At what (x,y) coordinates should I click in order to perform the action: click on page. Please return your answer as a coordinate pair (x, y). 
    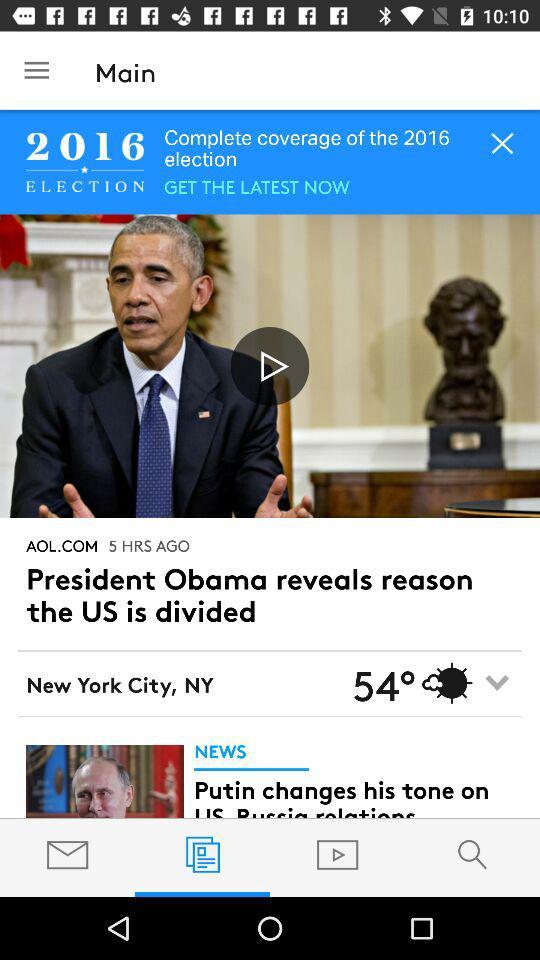
    Looking at the image, I should click on (270, 365).